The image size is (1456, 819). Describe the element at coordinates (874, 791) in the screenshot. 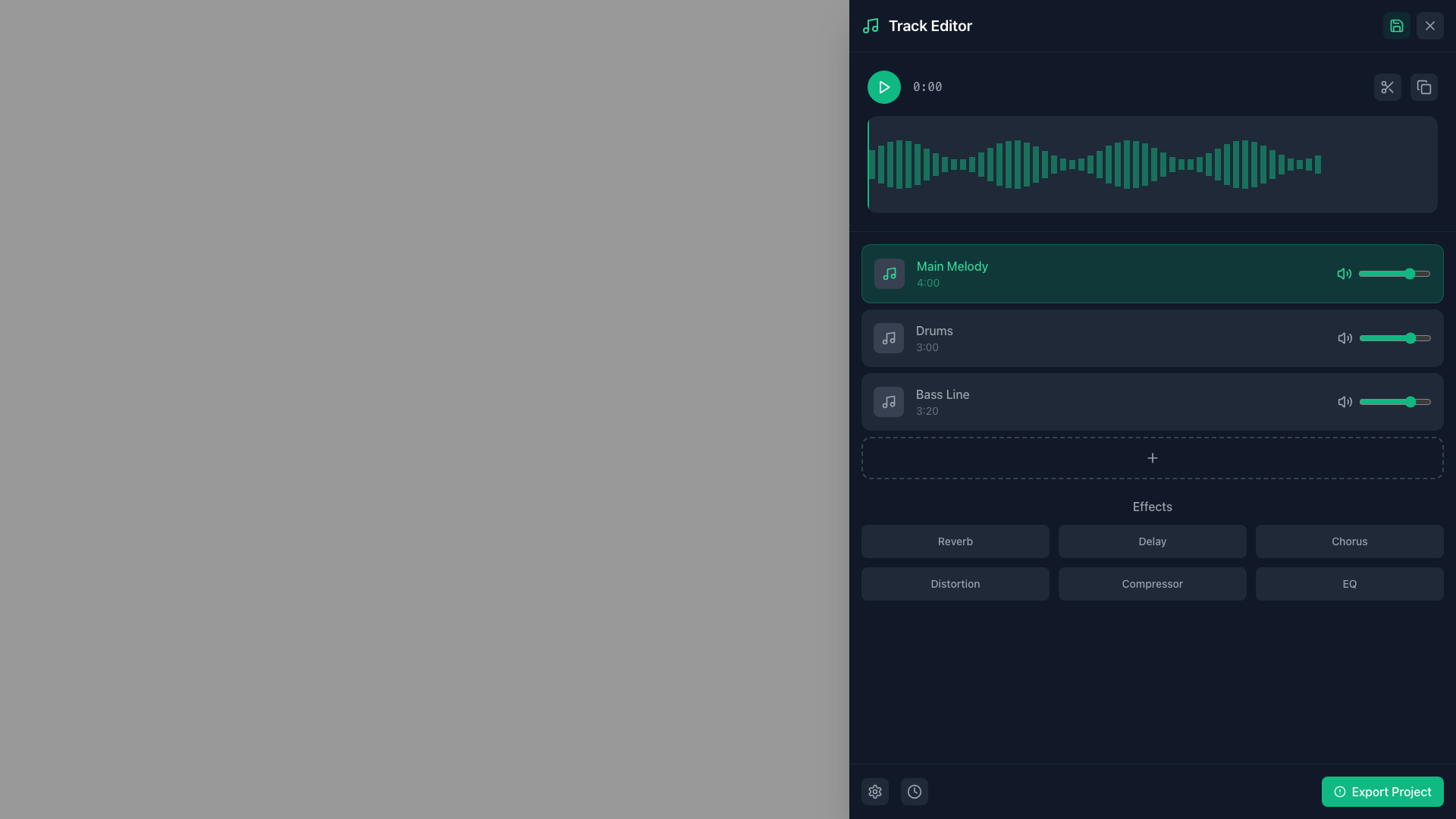

I see `the settings button, which is a dark-themed button with rounded corners and a cogwheel icon, located at the bottom left corner of the main interface panel` at that location.